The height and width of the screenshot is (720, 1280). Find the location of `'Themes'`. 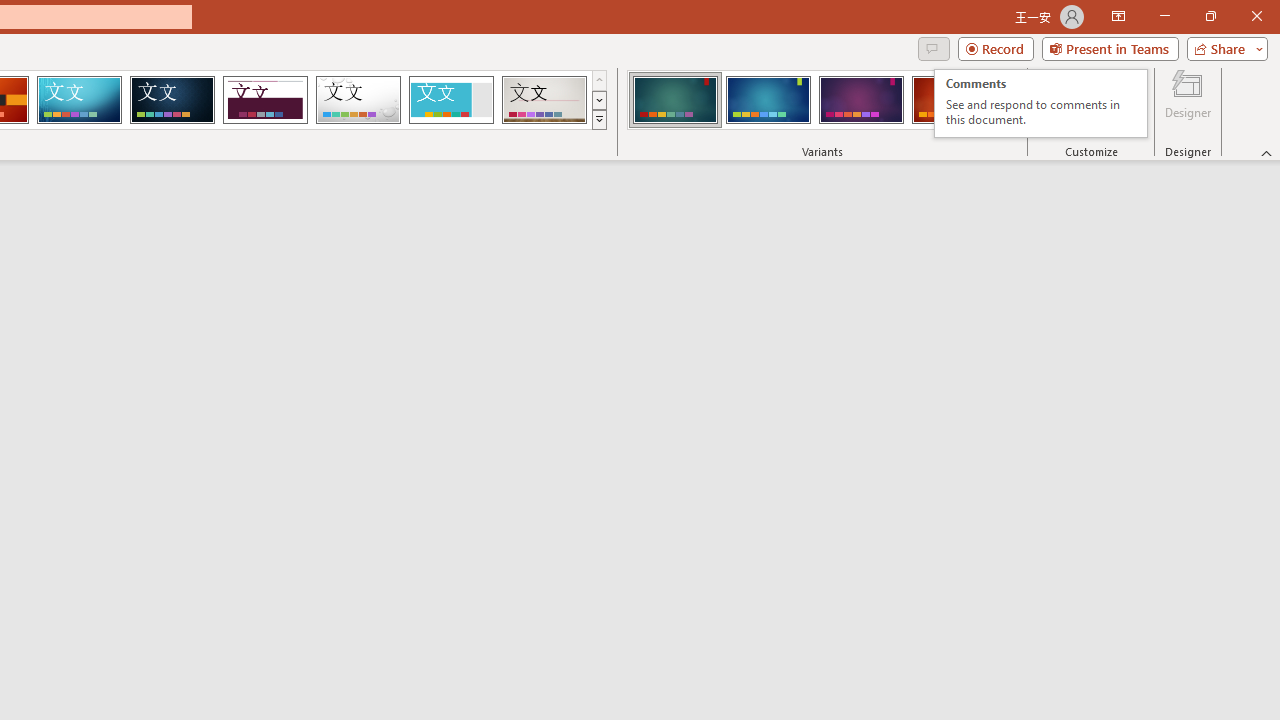

'Themes' is located at coordinates (598, 120).